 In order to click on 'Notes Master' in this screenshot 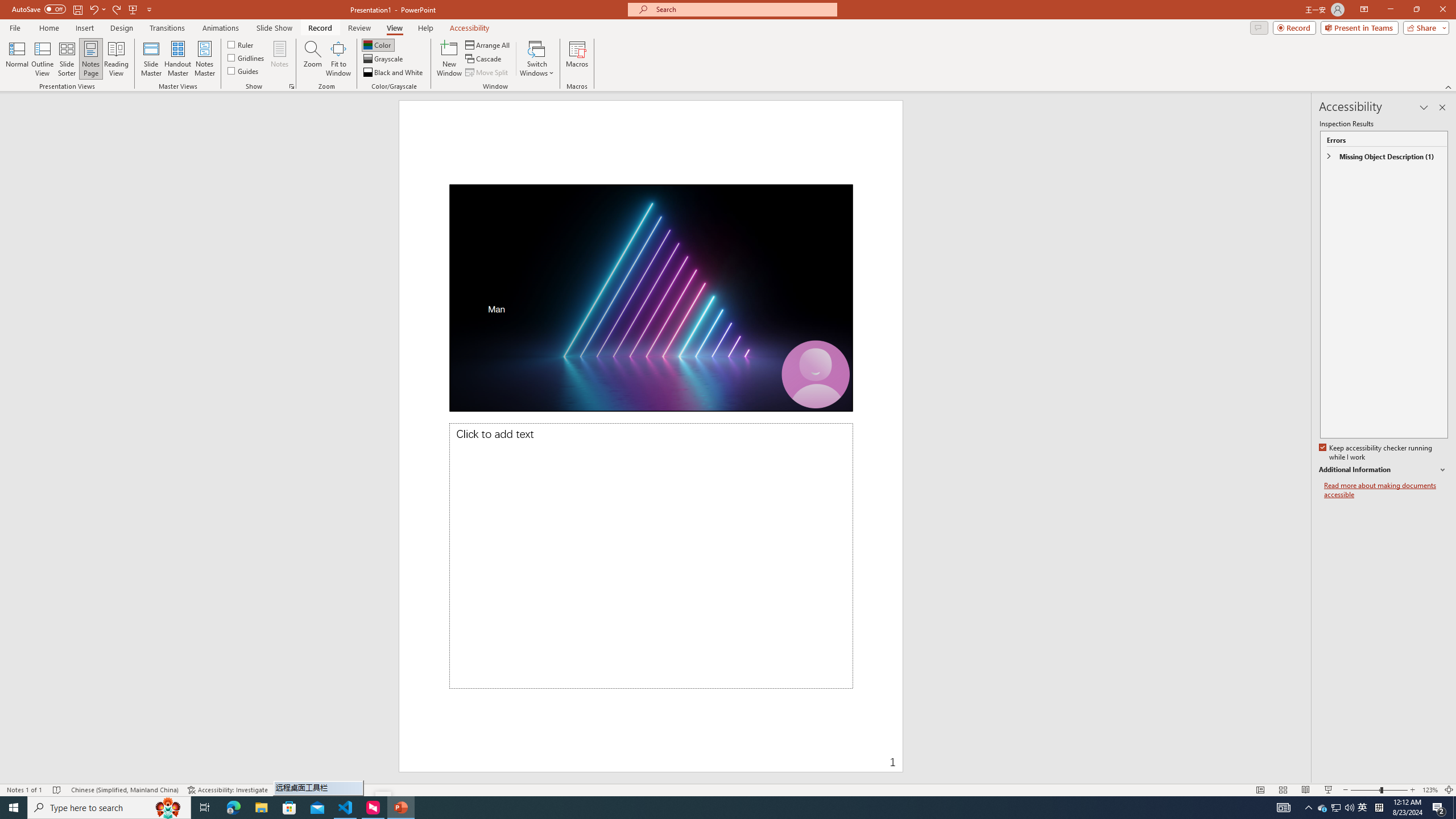, I will do `click(204, 59)`.